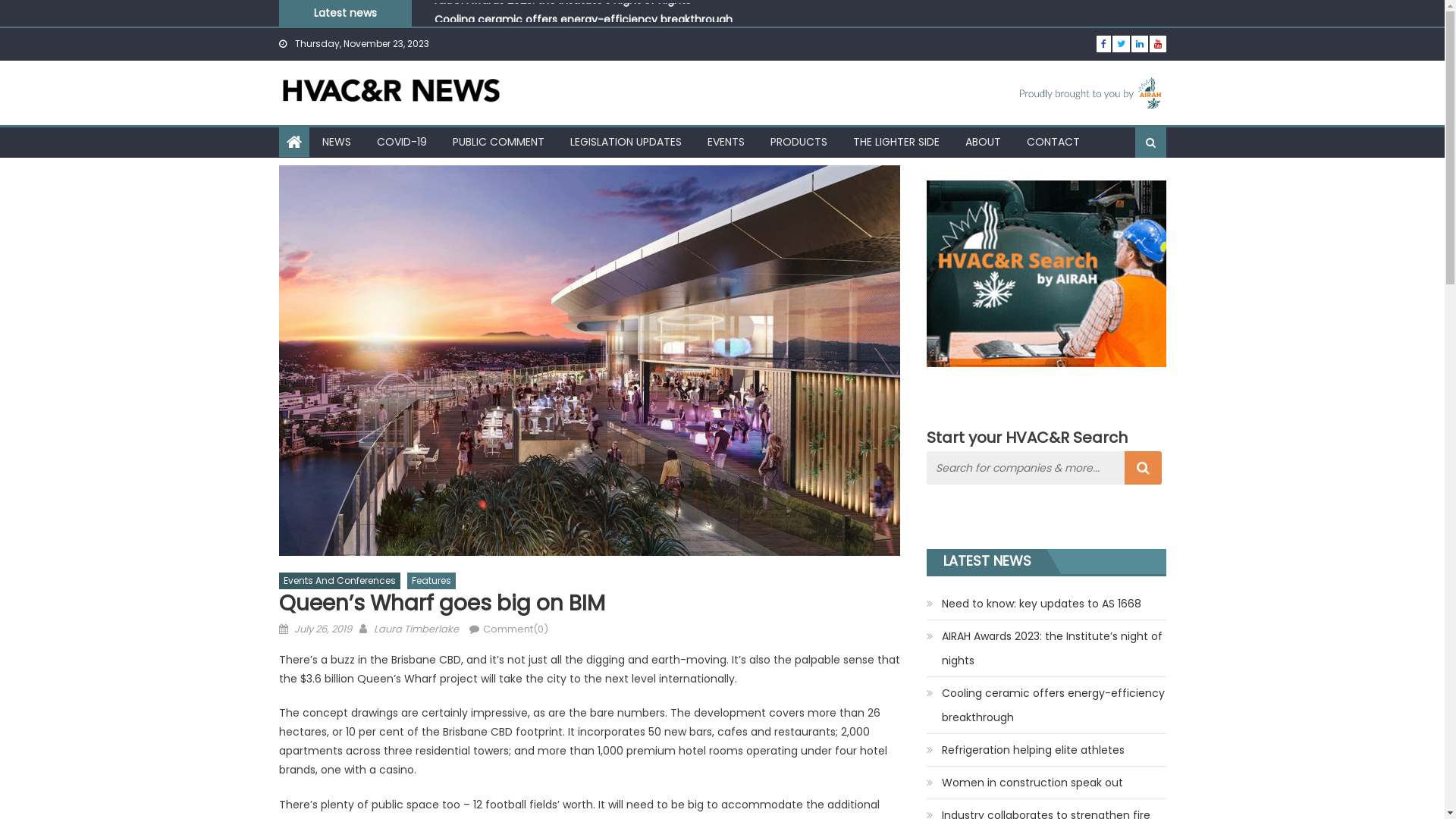  Describe the element at coordinates (797, 141) in the screenshot. I see `'PRODUCTS'` at that location.